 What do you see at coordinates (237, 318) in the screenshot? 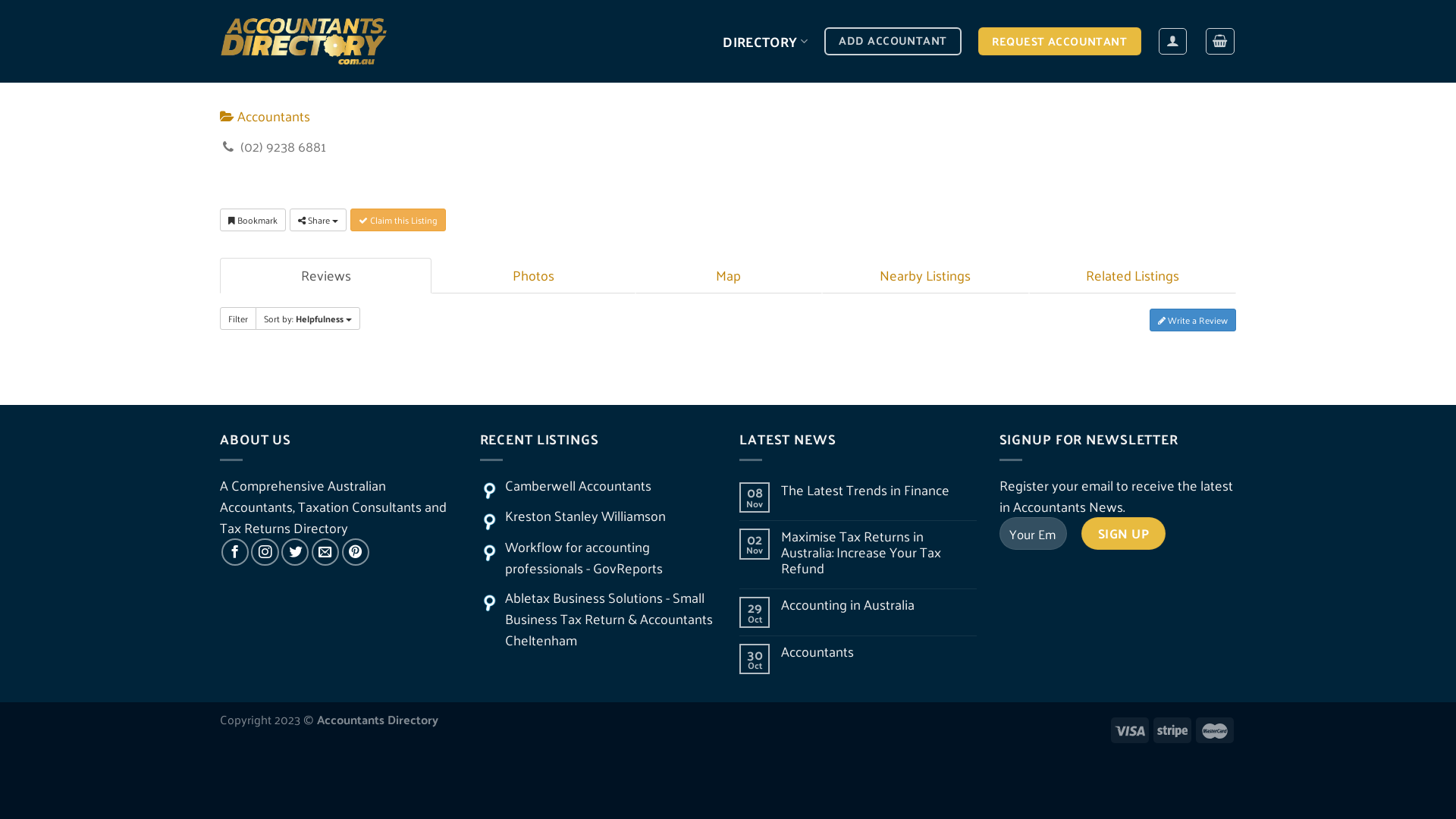
I see `'Filter'` at bounding box center [237, 318].